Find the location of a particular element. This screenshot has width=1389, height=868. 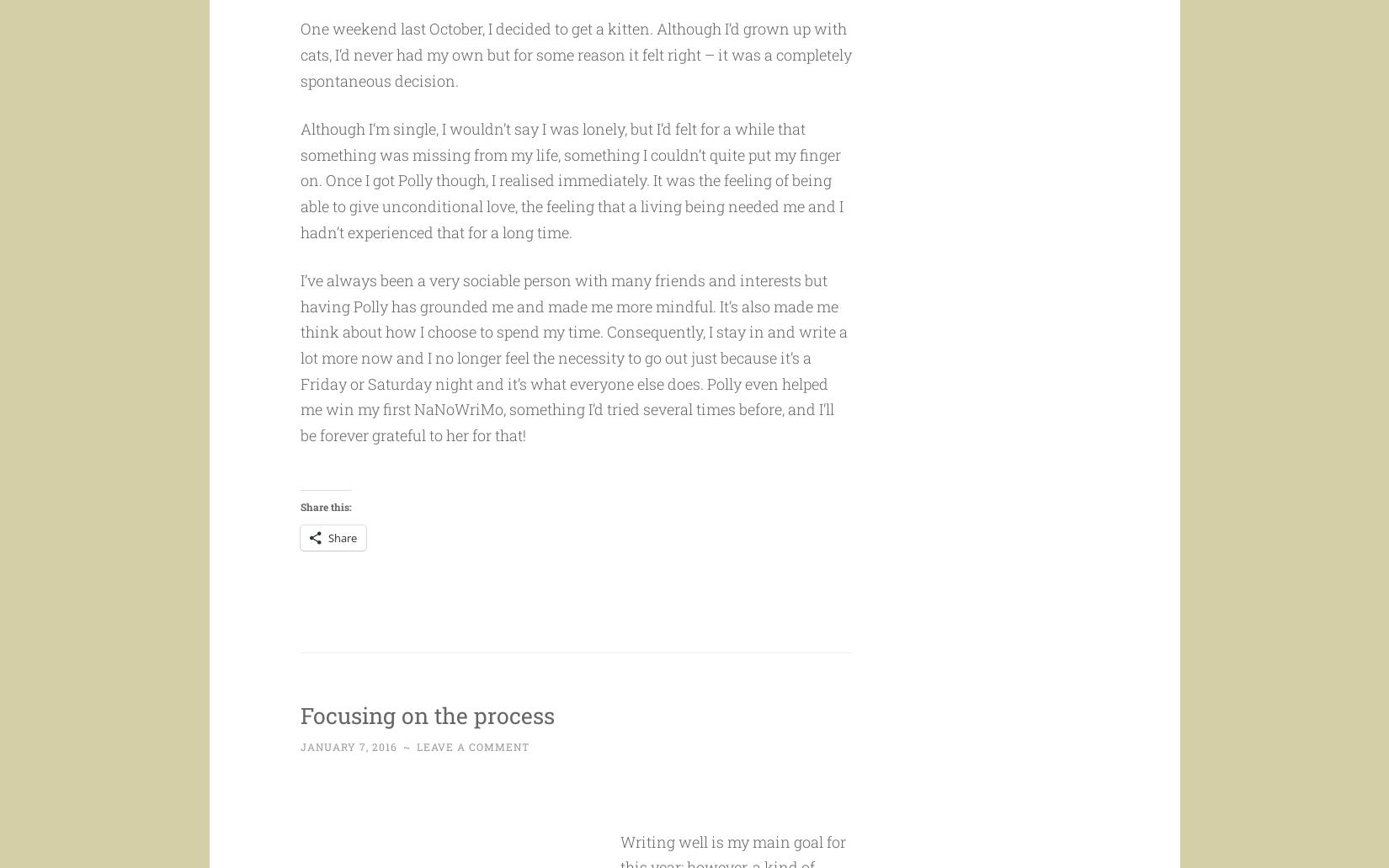

'Although I’m single, I wouldn’t say I was lonely, but I’d felt for a while that something was missing from my life, something I couldn’t quite put my finger on. Once I got Polly though, I realised immediately. It was the feeling of being able to give unconditional love, the feeling that a living being needed me and I hadn’t experienced that for a long time.' is located at coordinates (570, 213).